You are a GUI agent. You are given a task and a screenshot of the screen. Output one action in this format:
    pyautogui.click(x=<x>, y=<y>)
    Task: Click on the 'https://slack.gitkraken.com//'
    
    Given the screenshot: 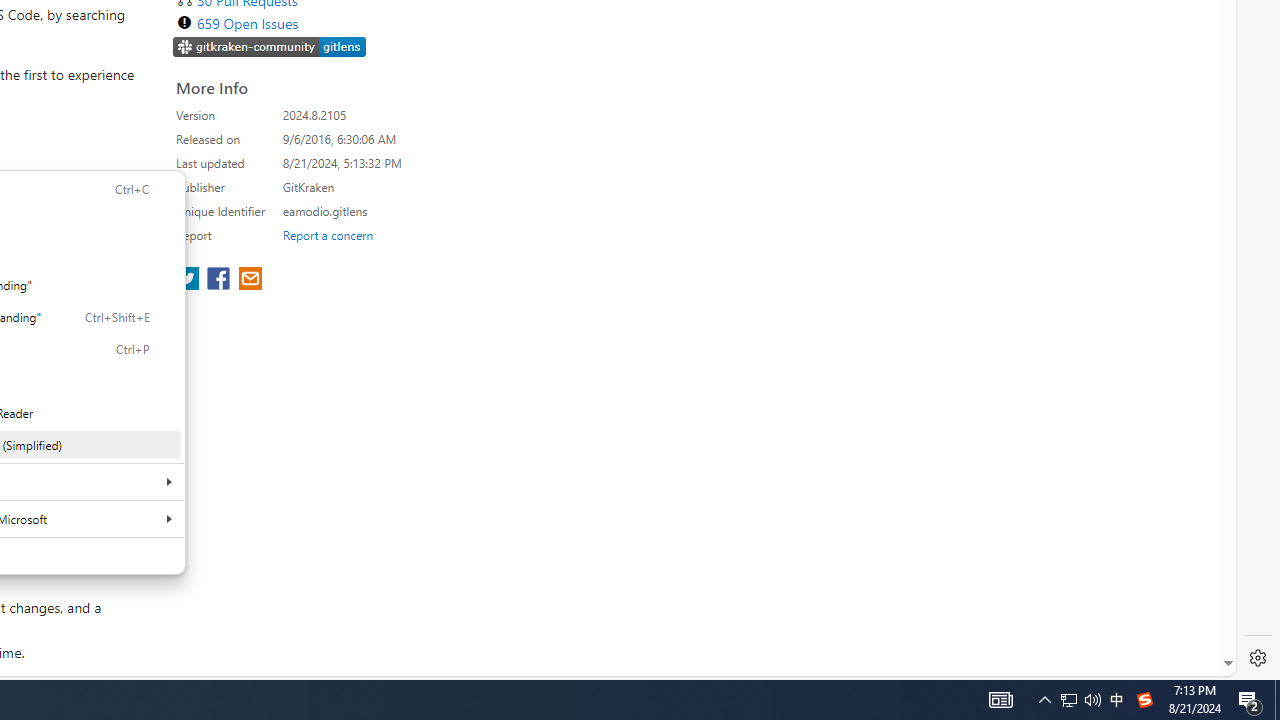 What is the action you would take?
    pyautogui.click(x=269, y=47)
    